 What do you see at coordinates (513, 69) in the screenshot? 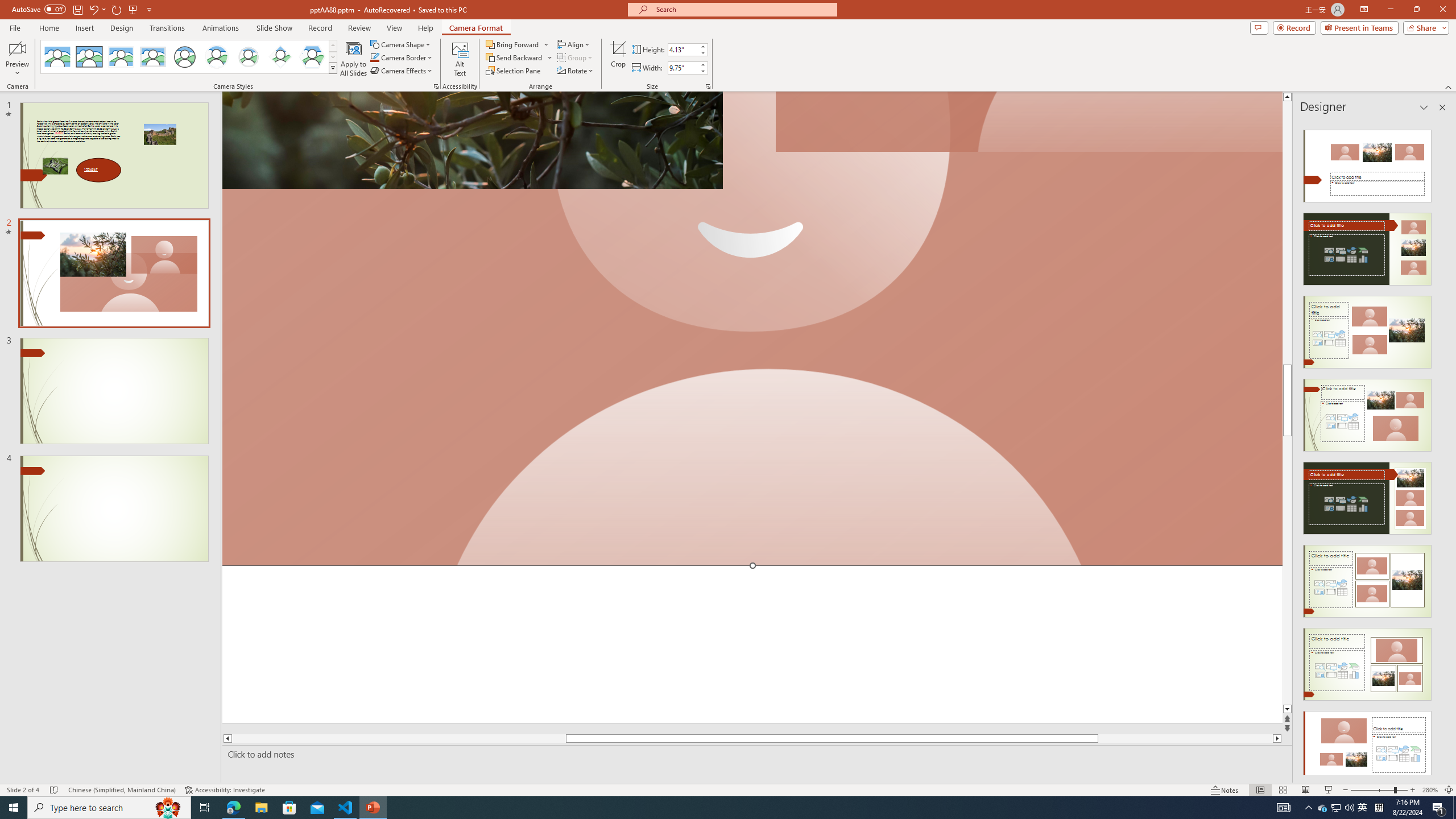
I see `'Selection Pane...'` at bounding box center [513, 69].